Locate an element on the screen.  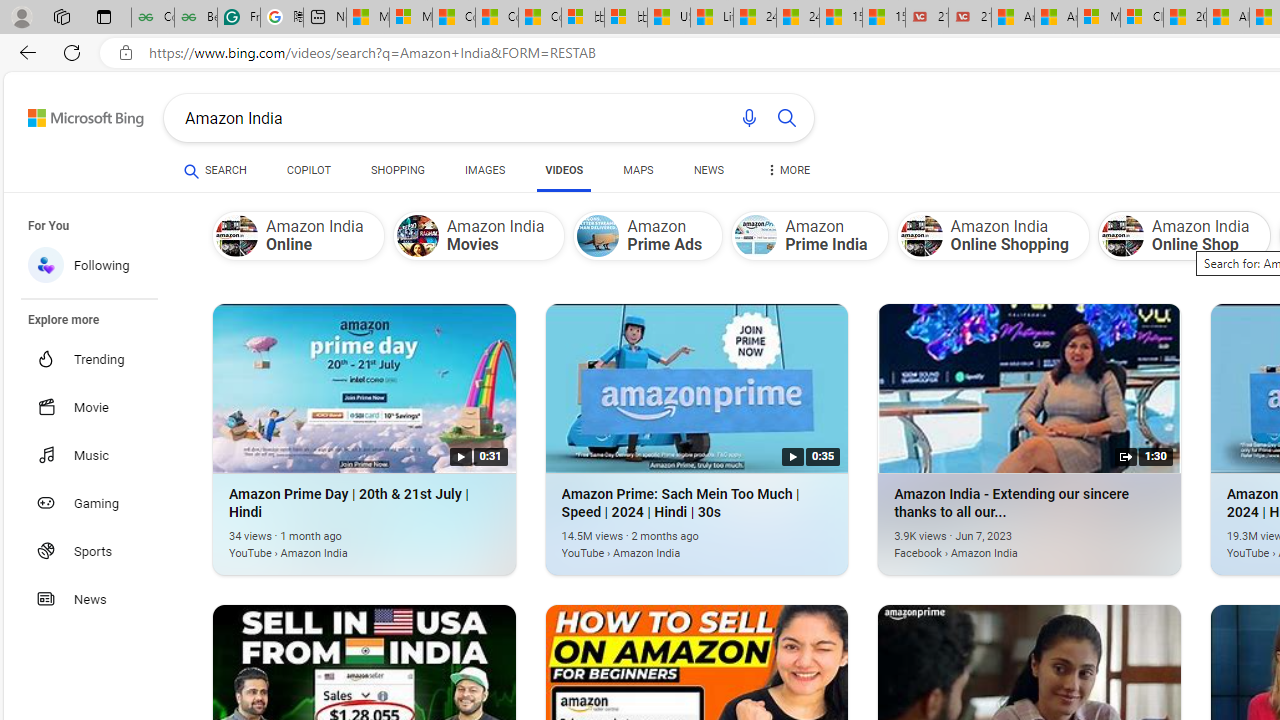
'MAPS' is located at coordinates (637, 172).